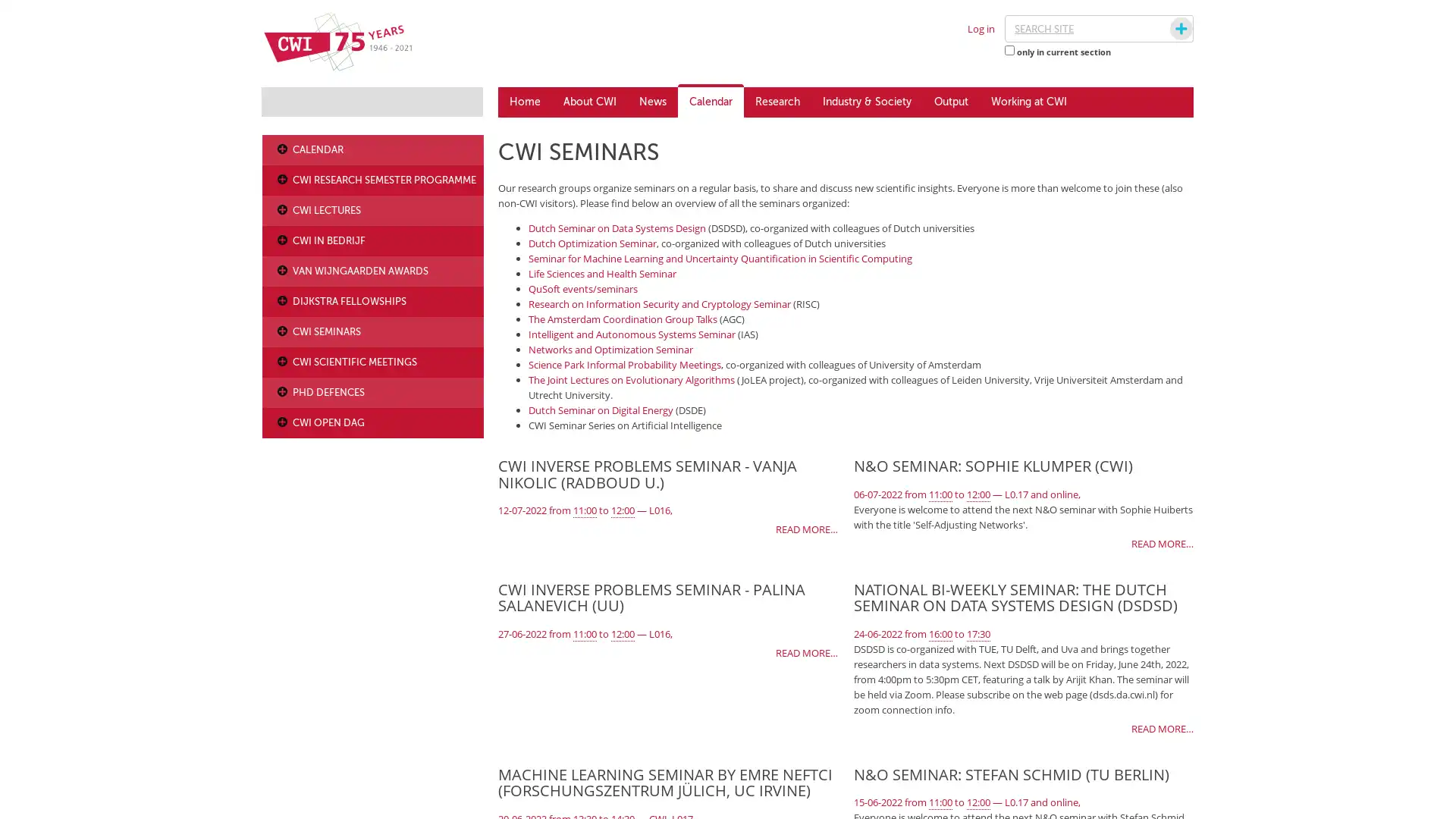  I want to click on Search, so click(1166, 29).